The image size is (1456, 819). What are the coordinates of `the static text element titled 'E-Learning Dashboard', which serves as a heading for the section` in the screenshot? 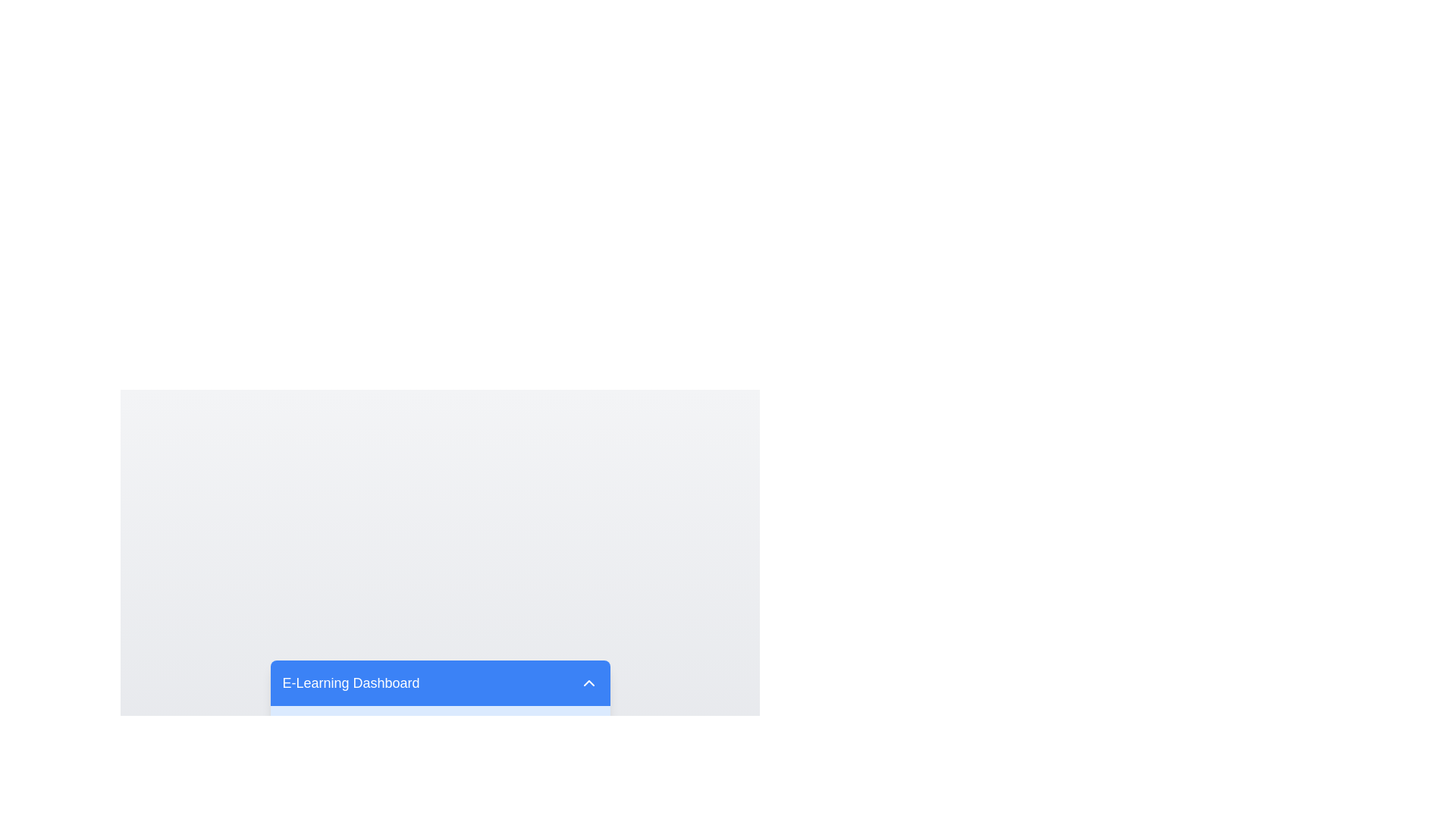 It's located at (350, 683).